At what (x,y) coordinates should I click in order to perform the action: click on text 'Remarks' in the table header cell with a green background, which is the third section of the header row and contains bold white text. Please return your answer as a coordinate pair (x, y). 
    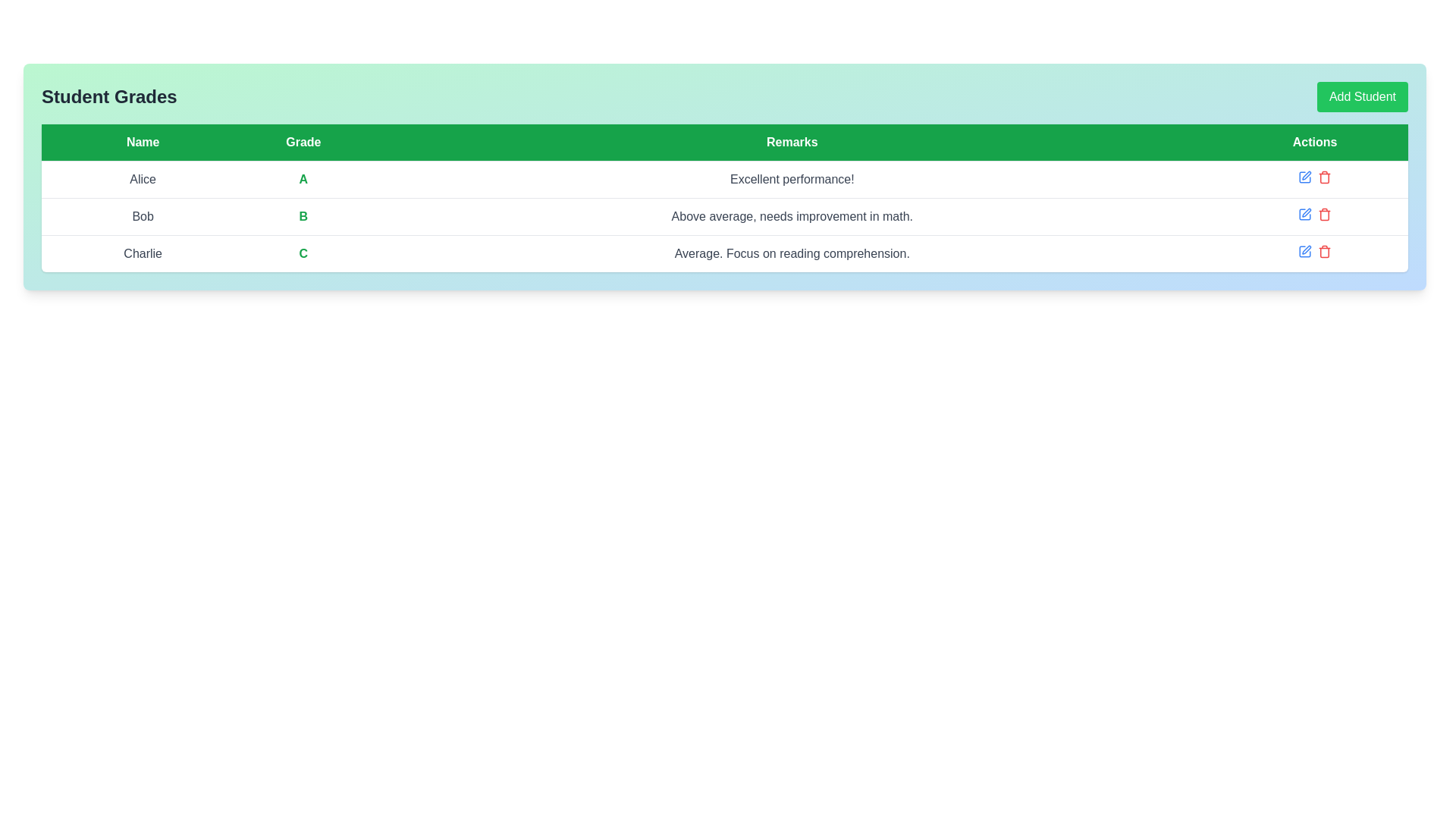
    Looking at the image, I should click on (791, 143).